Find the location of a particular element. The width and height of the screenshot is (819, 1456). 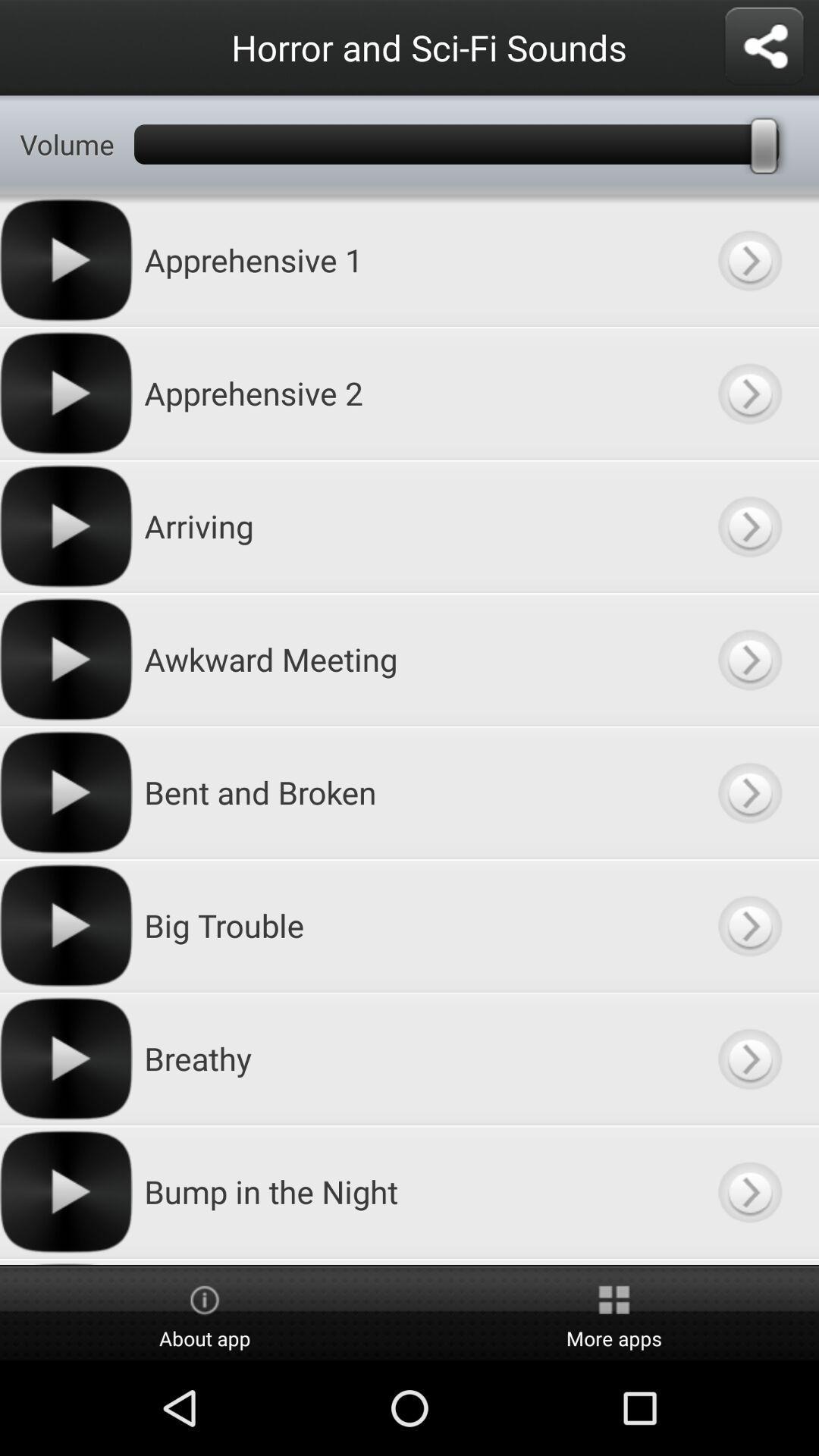

scroll is located at coordinates (748, 1261).